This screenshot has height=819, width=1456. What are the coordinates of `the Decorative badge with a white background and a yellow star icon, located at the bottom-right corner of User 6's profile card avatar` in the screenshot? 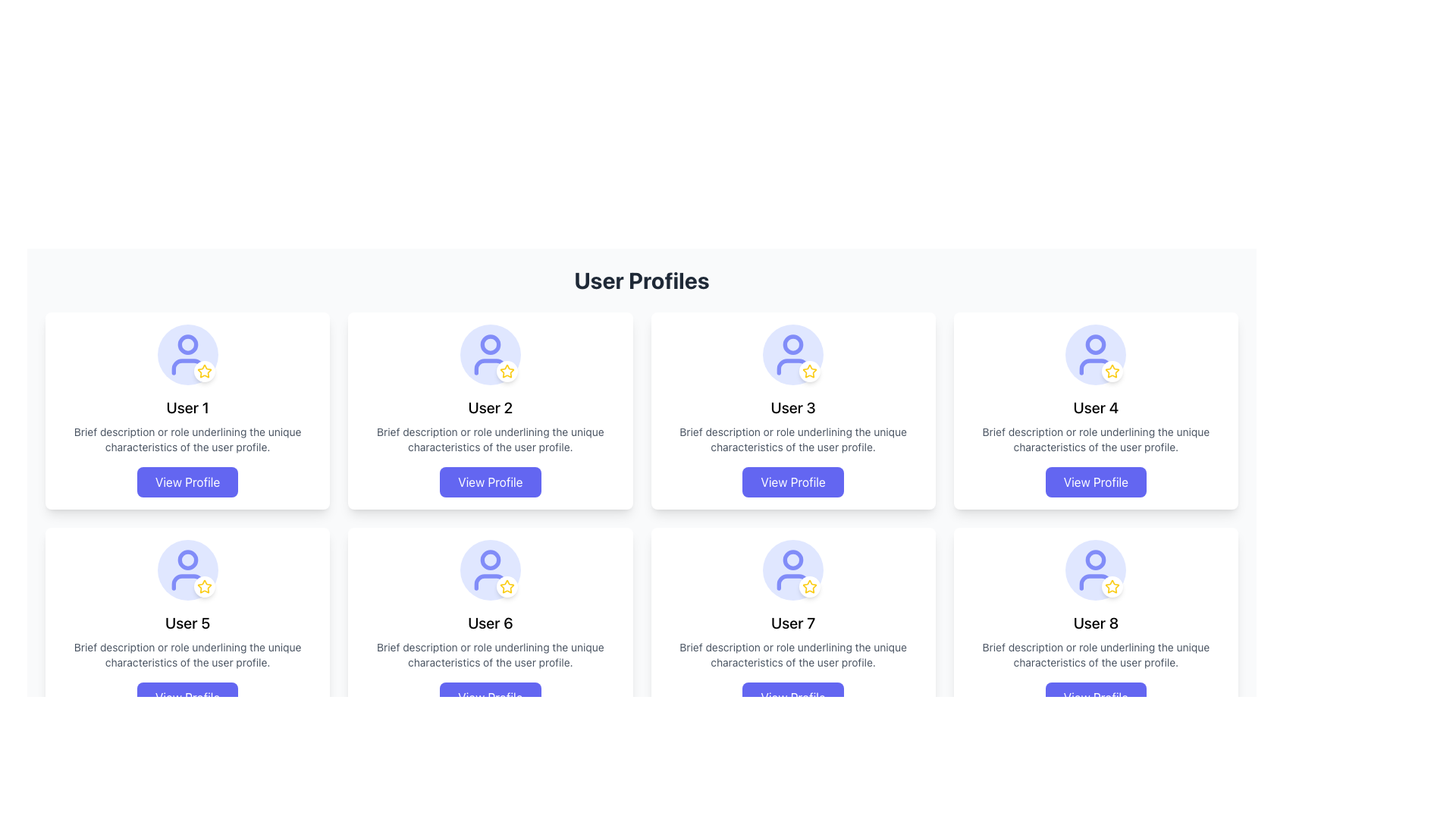 It's located at (507, 586).